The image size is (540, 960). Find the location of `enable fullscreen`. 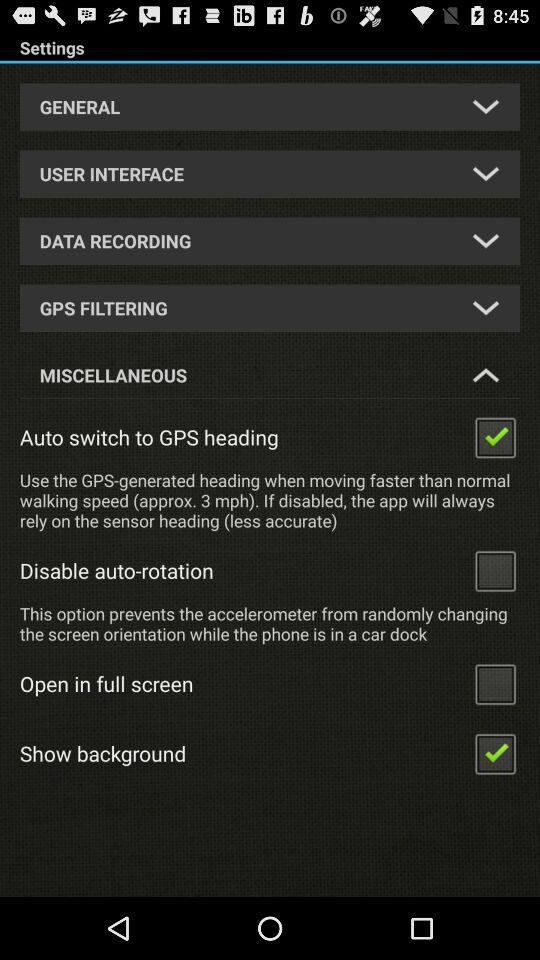

enable fullscreen is located at coordinates (494, 683).